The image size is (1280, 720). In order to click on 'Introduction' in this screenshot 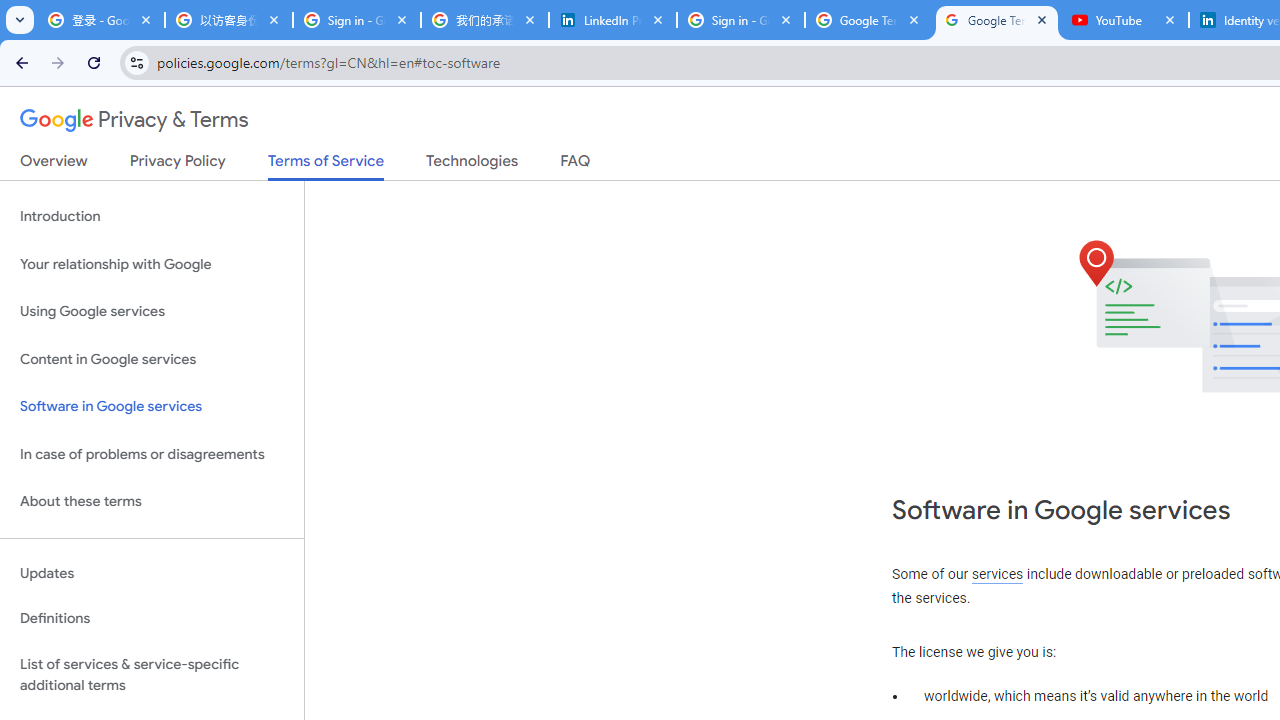, I will do `click(151, 217)`.